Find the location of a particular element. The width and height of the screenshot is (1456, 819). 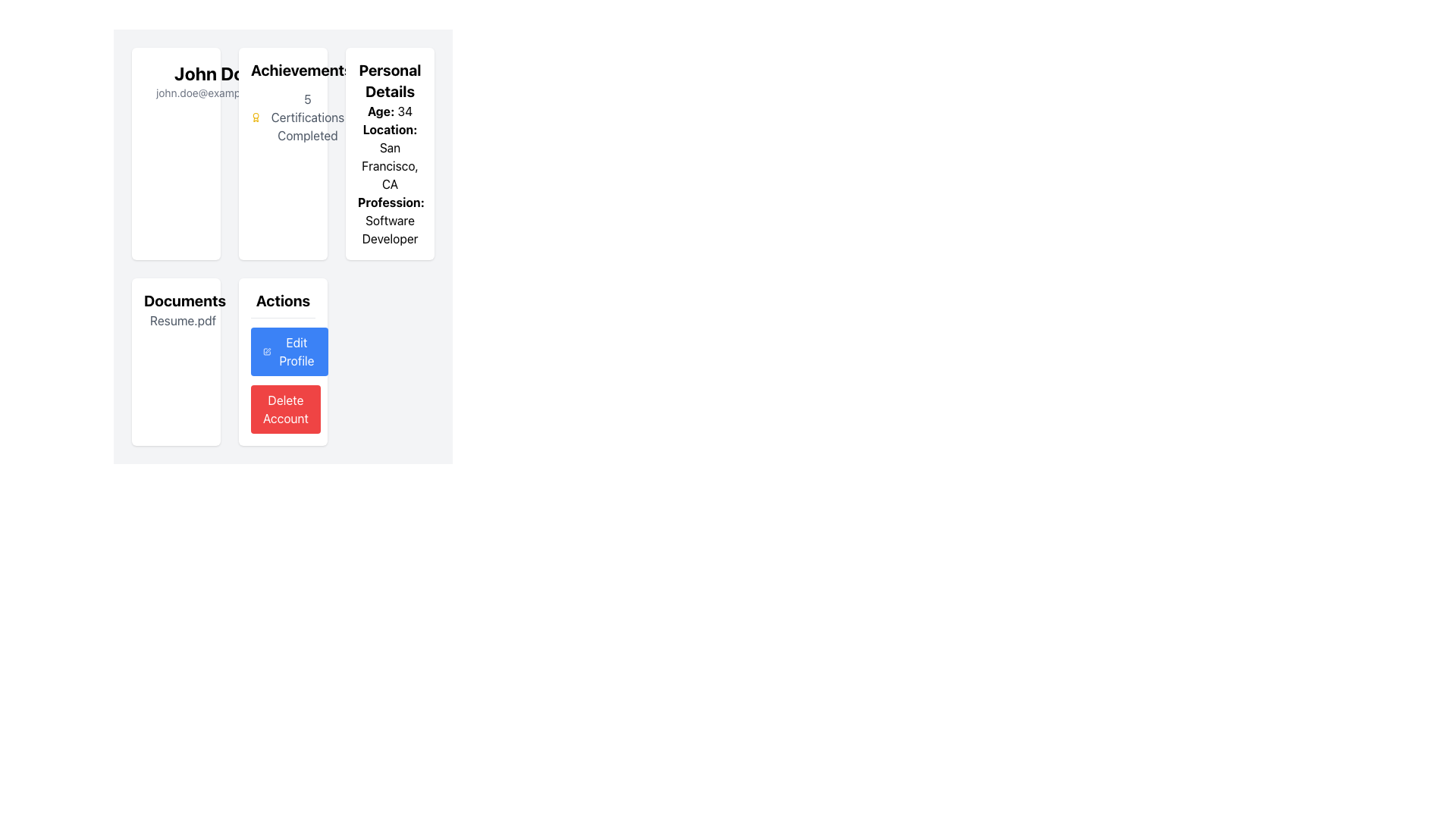

the 'Resume.pdf' text label located within the 'Documents' section, below the title 'Documents' is located at coordinates (182, 320).